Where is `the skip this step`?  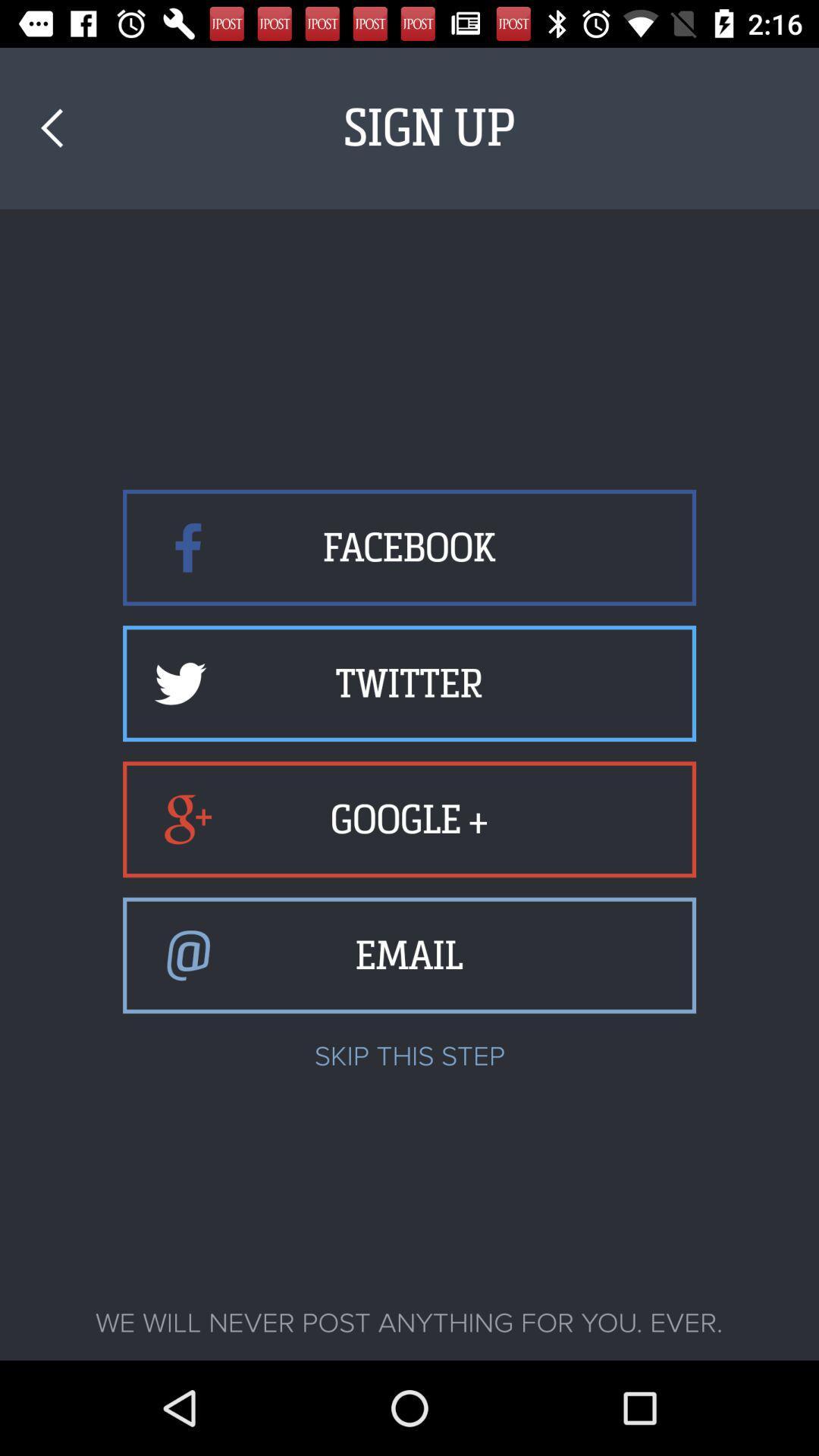
the skip this step is located at coordinates (409, 1056).